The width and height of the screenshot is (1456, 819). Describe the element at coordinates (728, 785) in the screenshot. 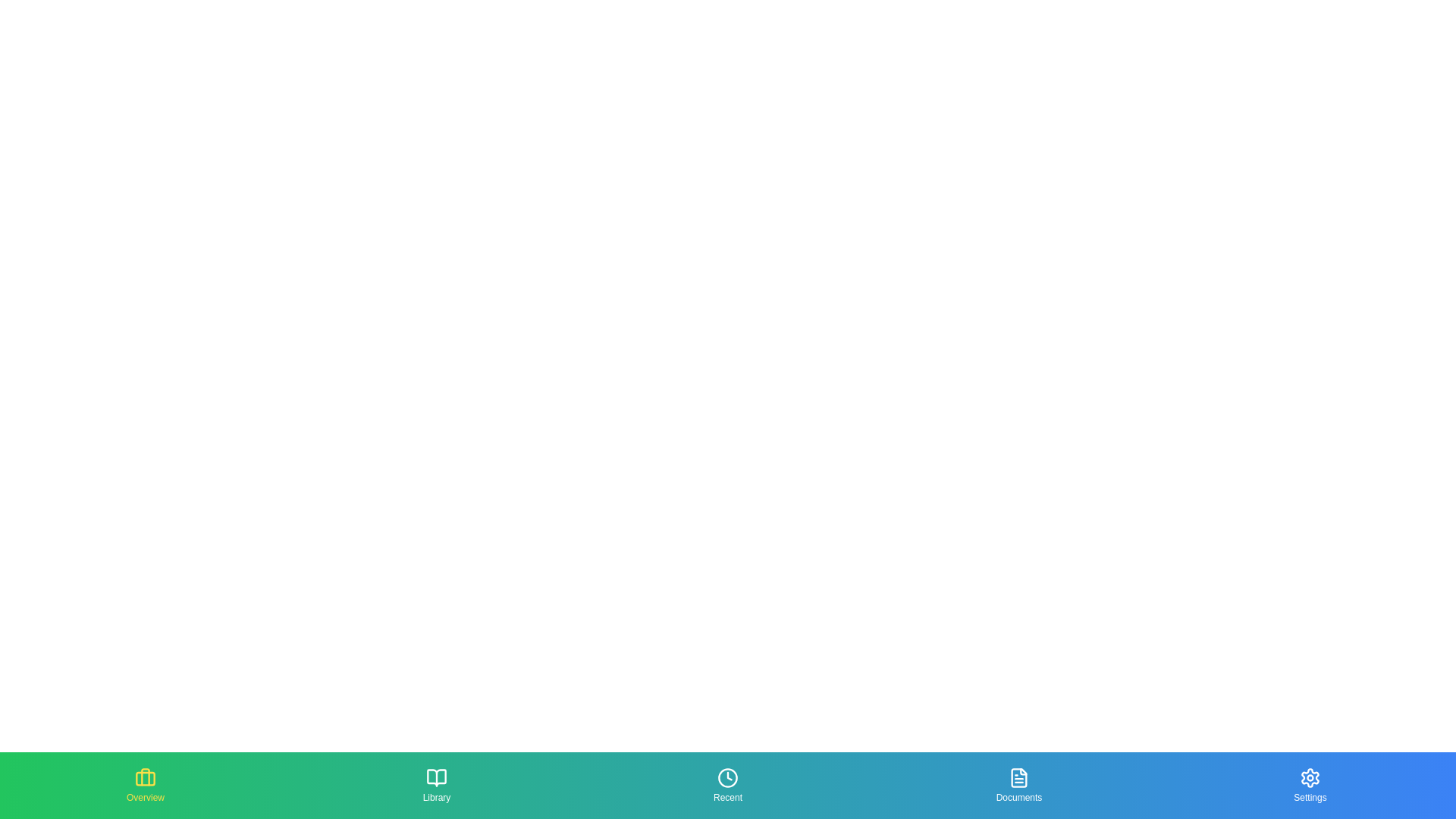

I see `the button corresponding to the Recent section` at that location.